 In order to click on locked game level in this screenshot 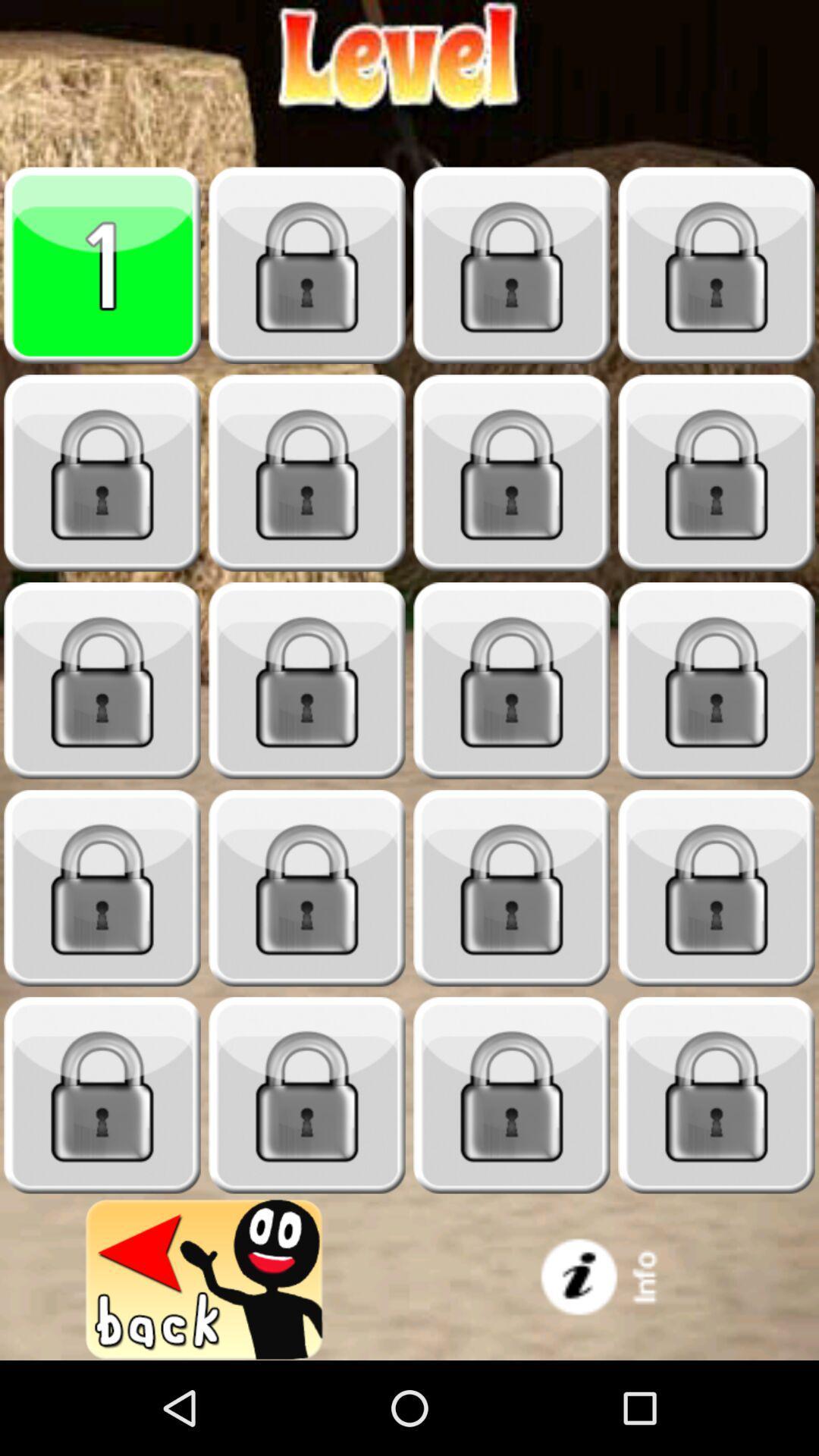, I will do `click(102, 1095)`.